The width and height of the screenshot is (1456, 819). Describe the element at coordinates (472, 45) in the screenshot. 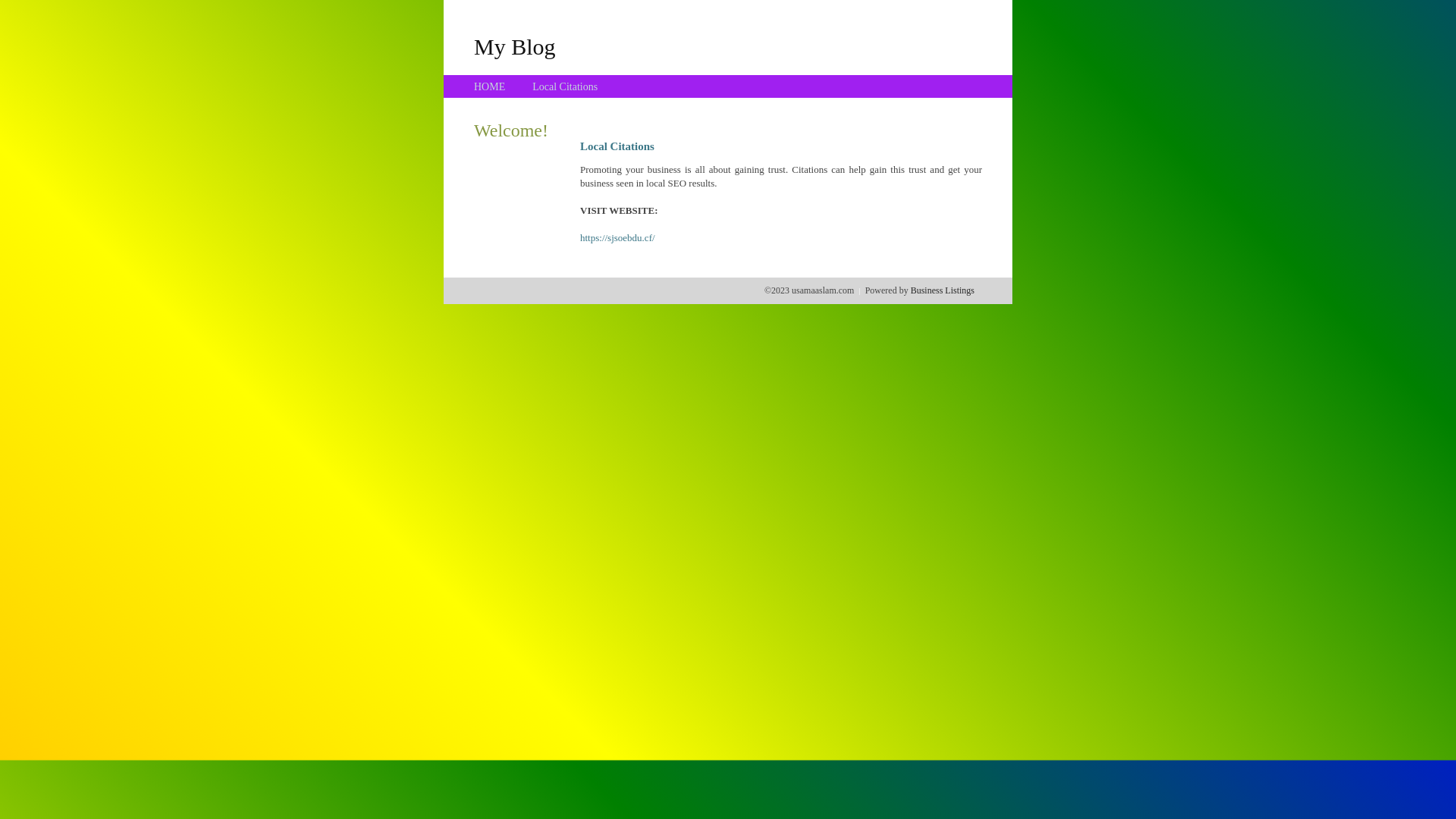

I see `'My Blog'` at that location.